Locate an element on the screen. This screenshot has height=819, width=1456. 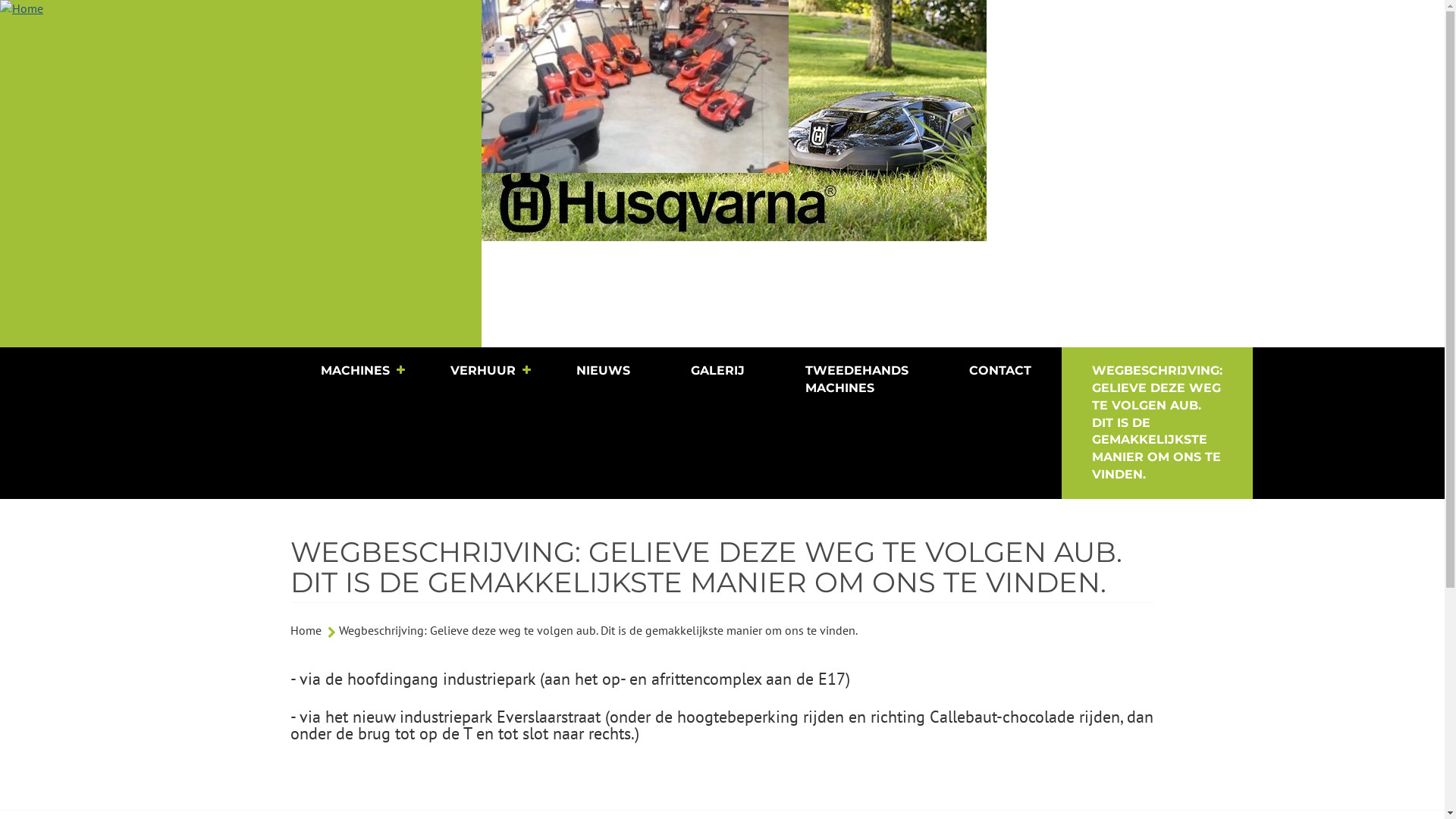
'MACHINES' is located at coordinates (353, 371).